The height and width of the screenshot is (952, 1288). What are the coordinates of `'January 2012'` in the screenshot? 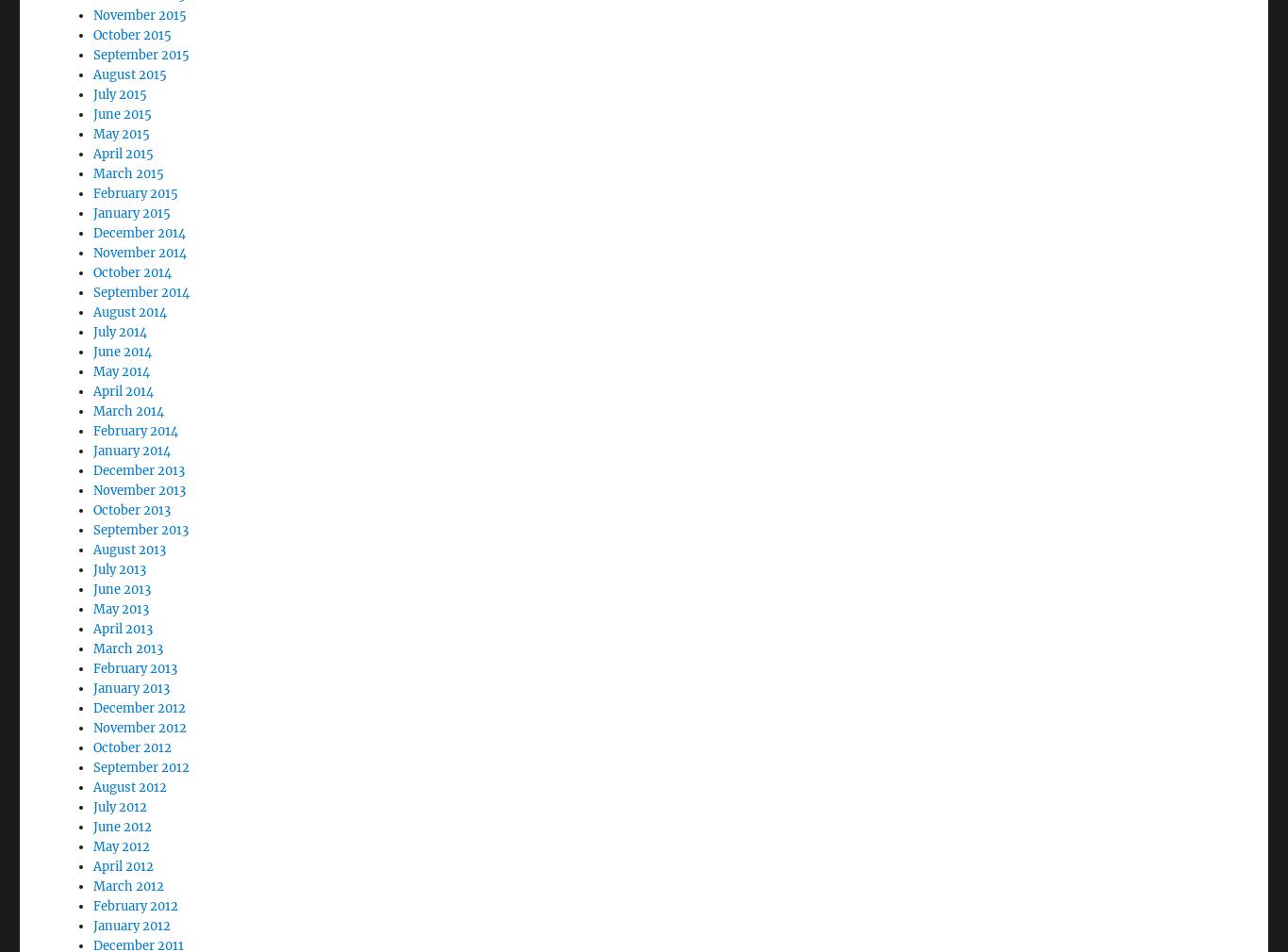 It's located at (131, 874).